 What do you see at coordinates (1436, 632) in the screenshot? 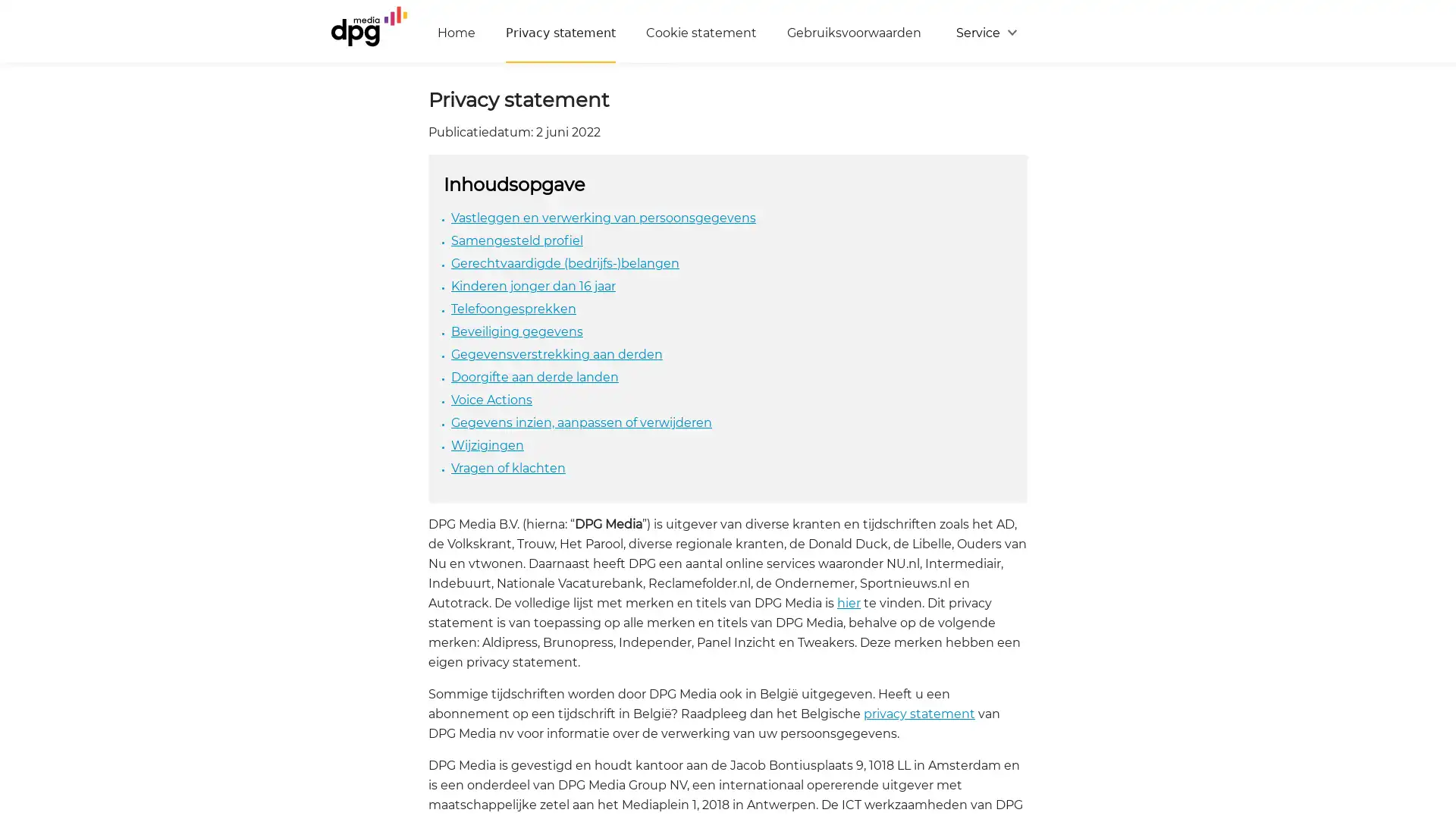
I see `close icon` at bounding box center [1436, 632].